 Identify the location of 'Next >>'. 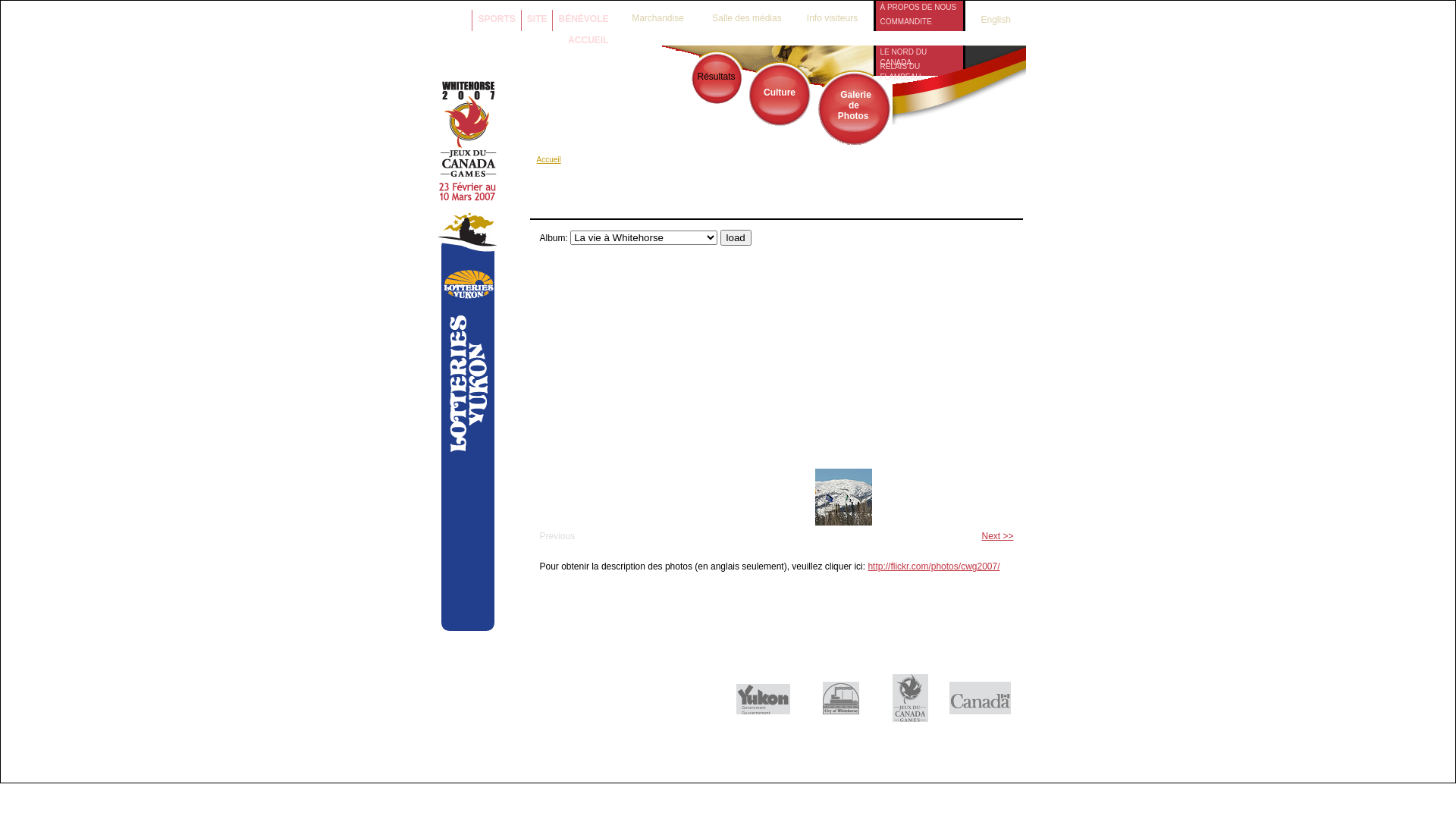
(997, 535).